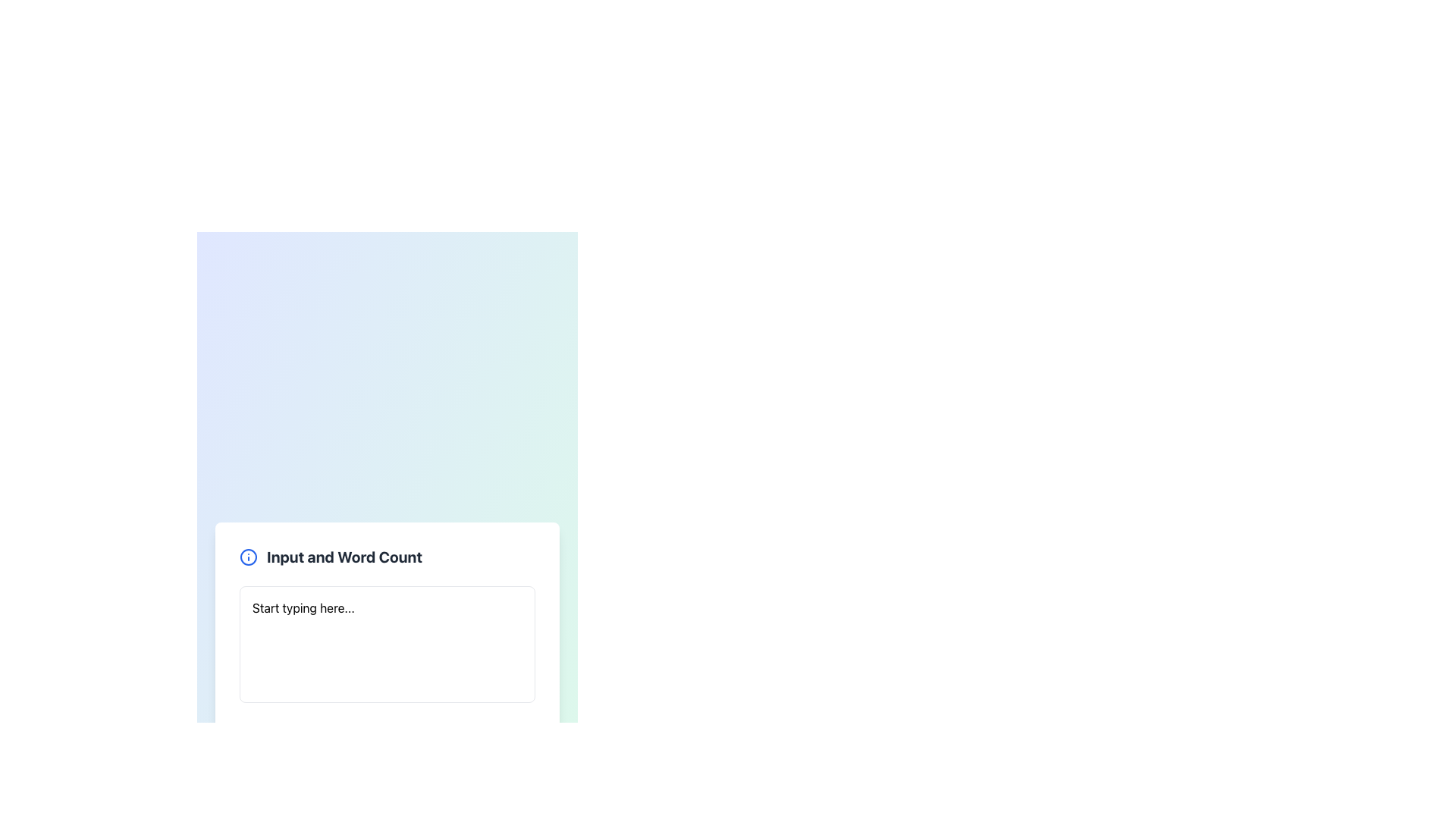 The image size is (1456, 819). I want to click on the circular information icon with a blue outline and a small blue dot inside, located to the left of the 'Input and Word Count' text, so click(248, 557).